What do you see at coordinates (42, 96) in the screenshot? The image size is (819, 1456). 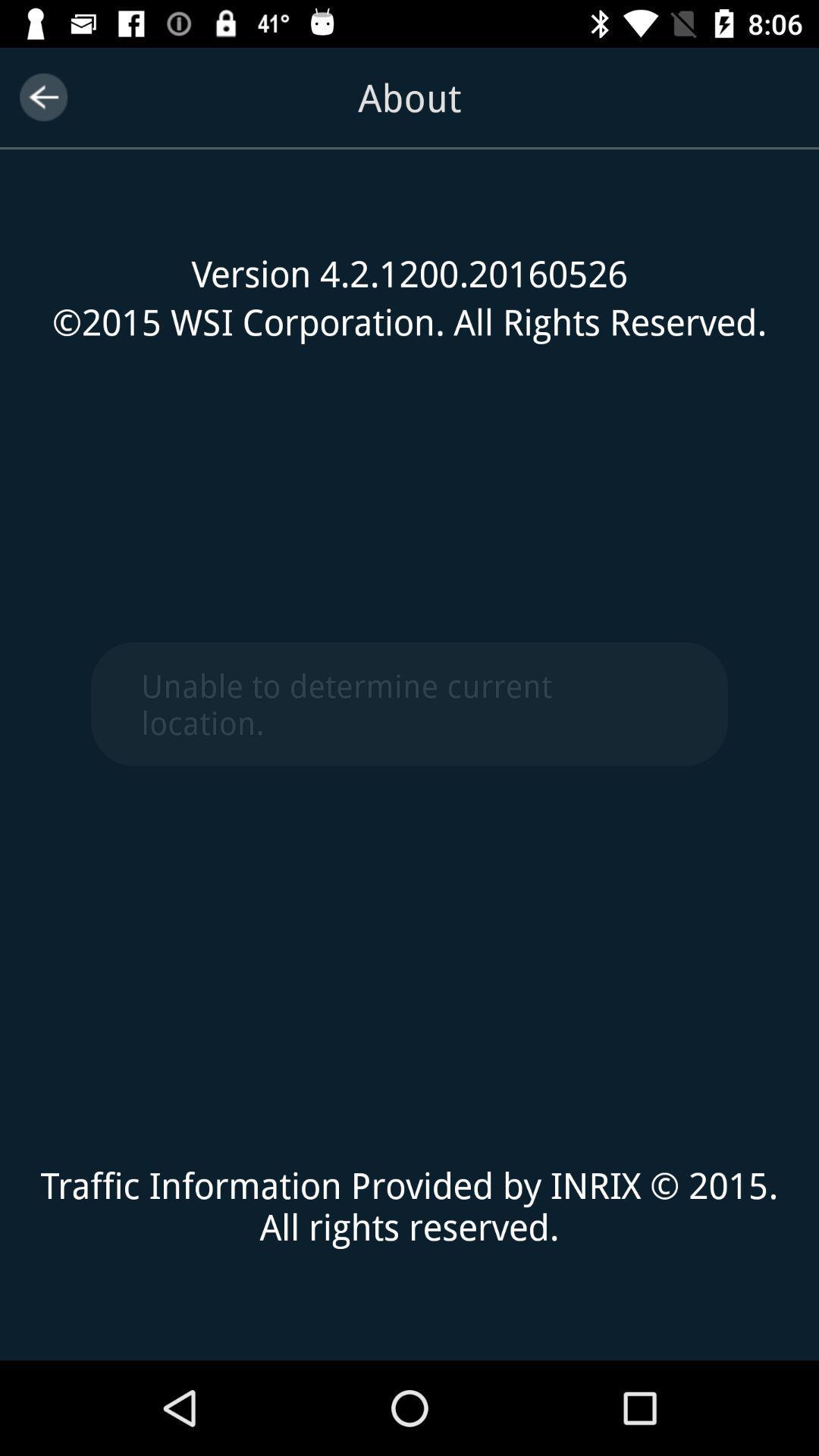 I see `the symbol which is at the immediate left of the about` at bounding box center [42, 96].